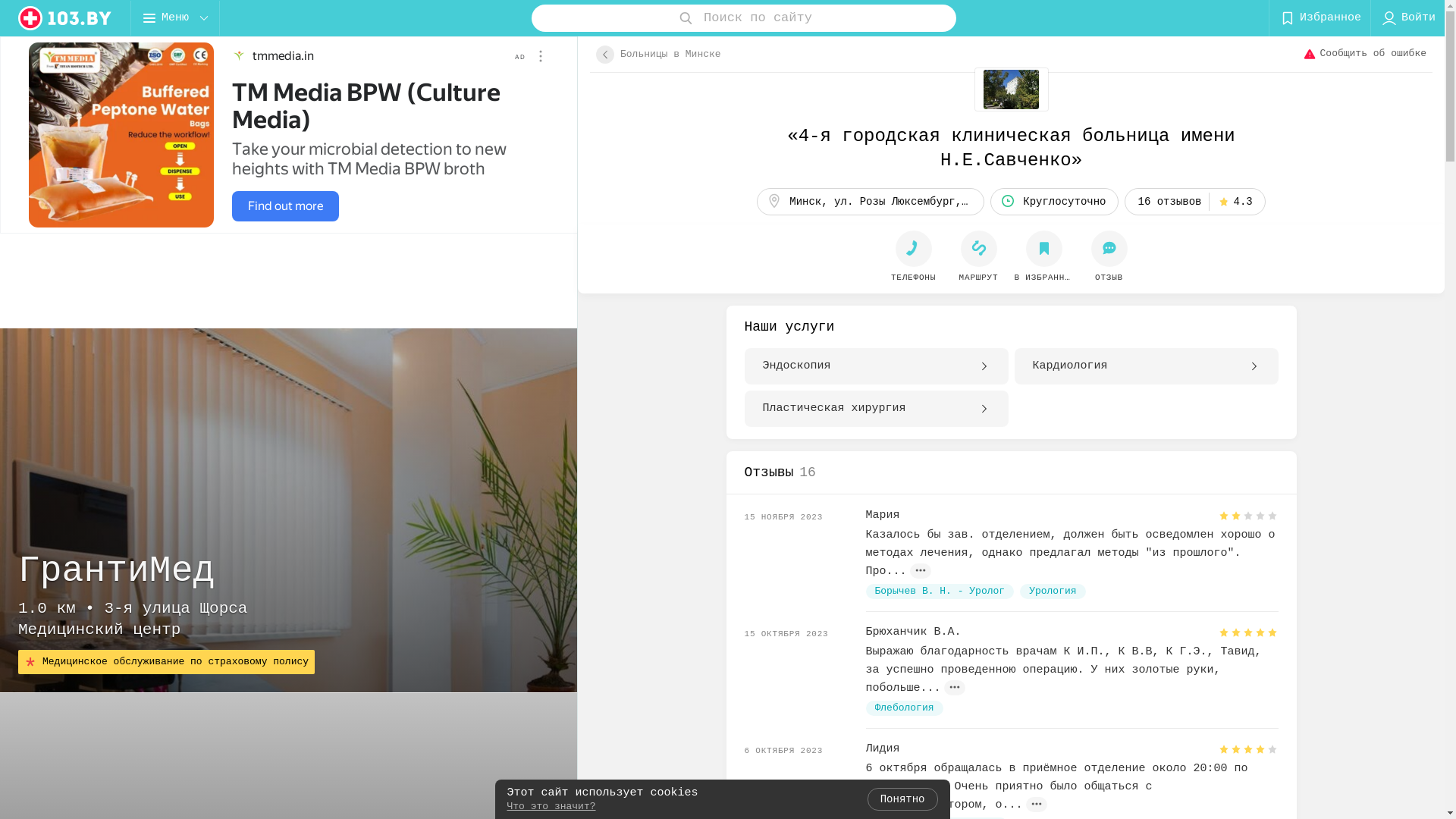 The width and height of the screenshot is (1456, 819). What do you see at coordinates (64, 17) in the screenshot?
I see `'logo'` at bounding box center [64, 17].